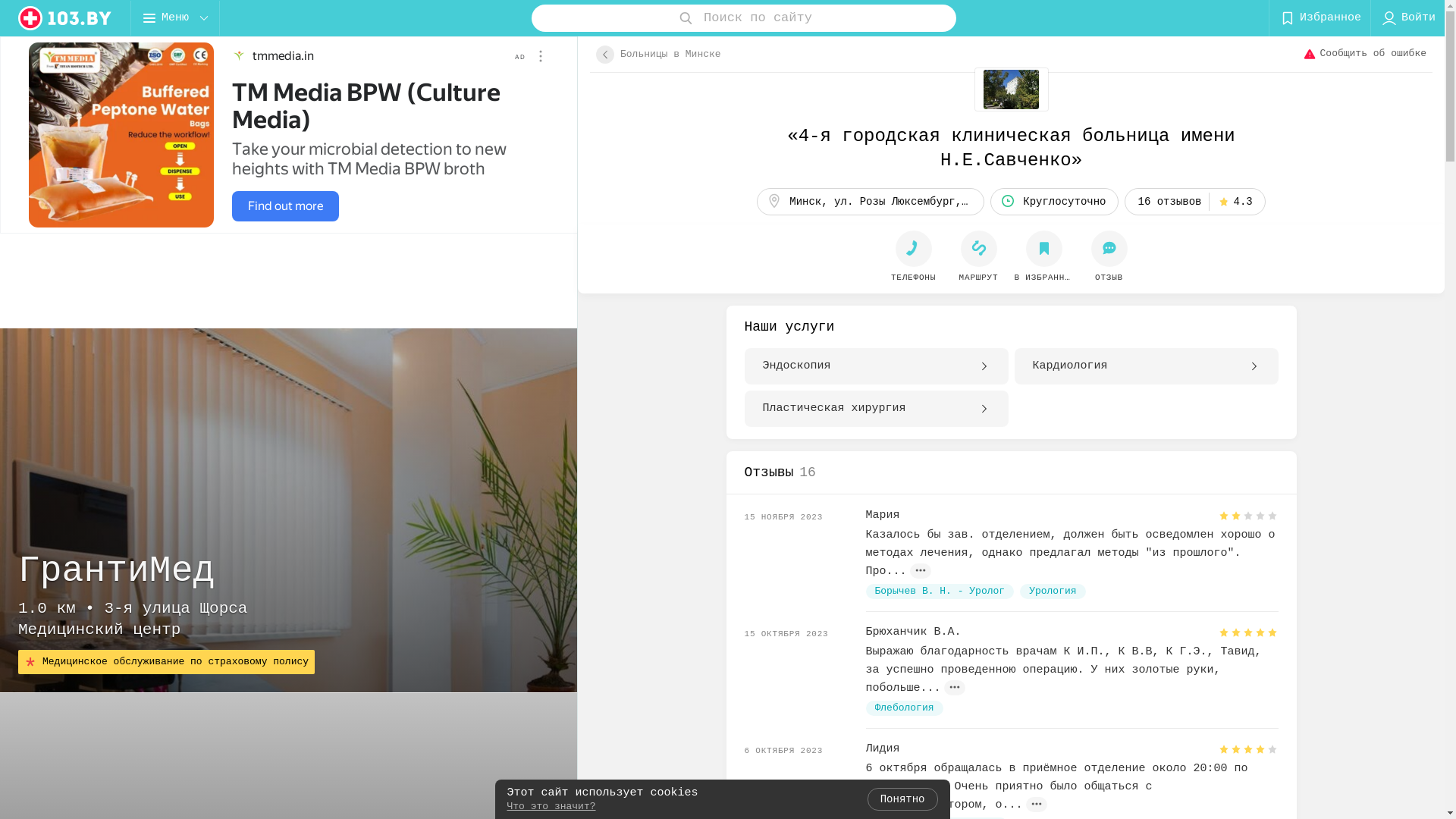 The width and height of the screenshot is (1456, 819). What do you see at coordinates (64, 17) in the screenshot?
I see `'logo'` at bounding box center [64, 17].